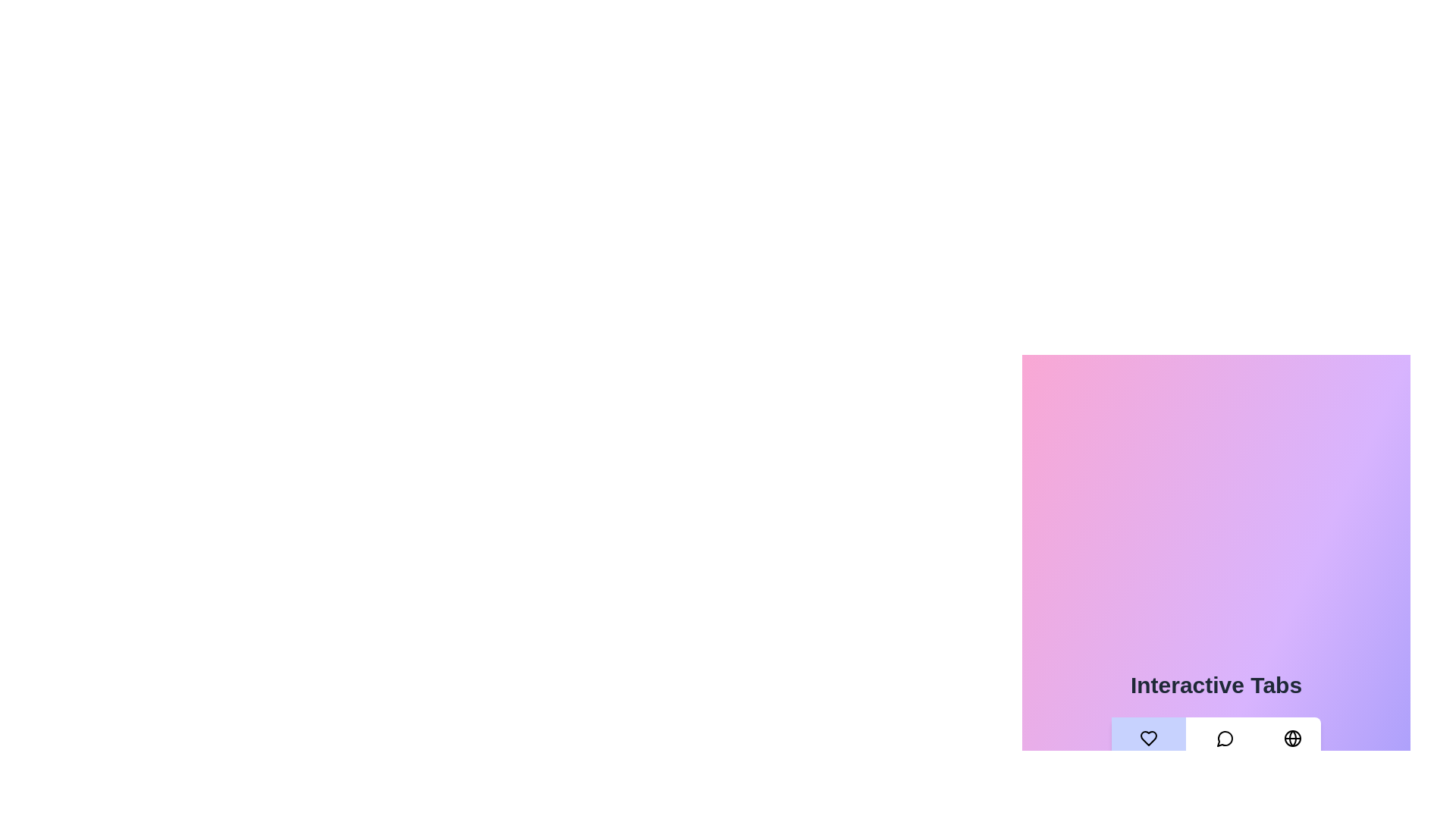 This screenshot has width=1456, height=819. What do you see at coordinates (1292, 751) in the screenshot?
I see `the World tab` at bounding box center [1292, 751].